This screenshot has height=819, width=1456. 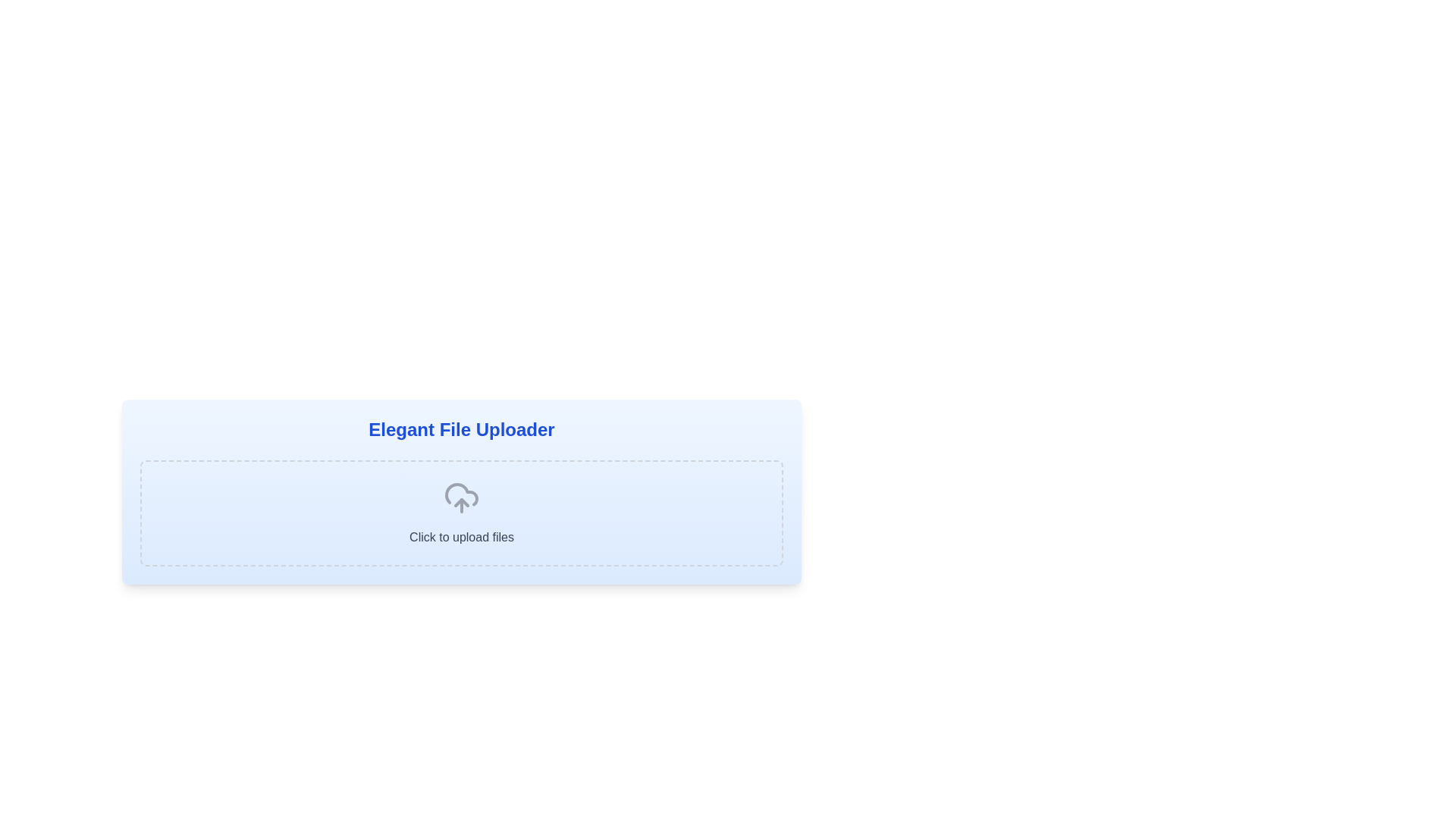 I want to click on the Interactive file uploader interface element, so click(x=461, y=491).